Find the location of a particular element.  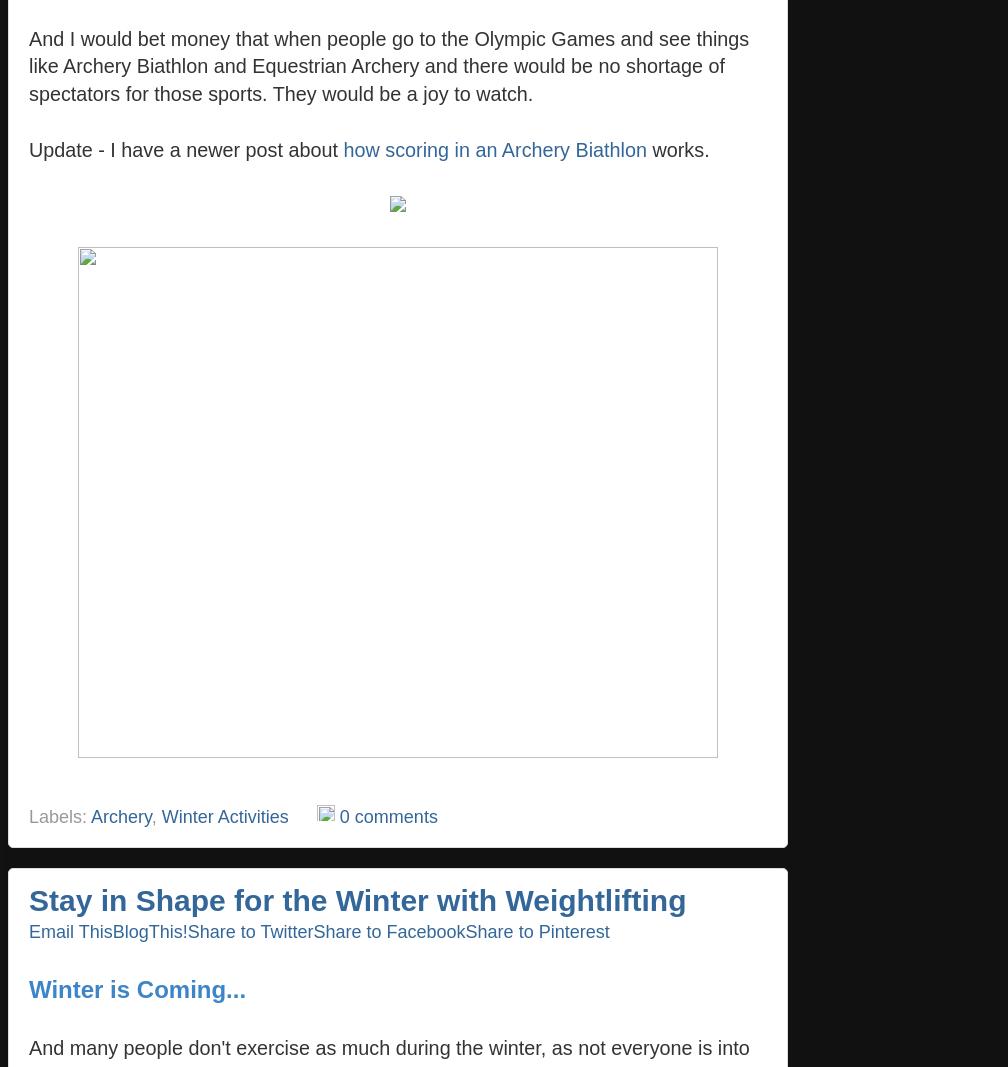

'BlogThis!' is located at coordinates (149, 930).